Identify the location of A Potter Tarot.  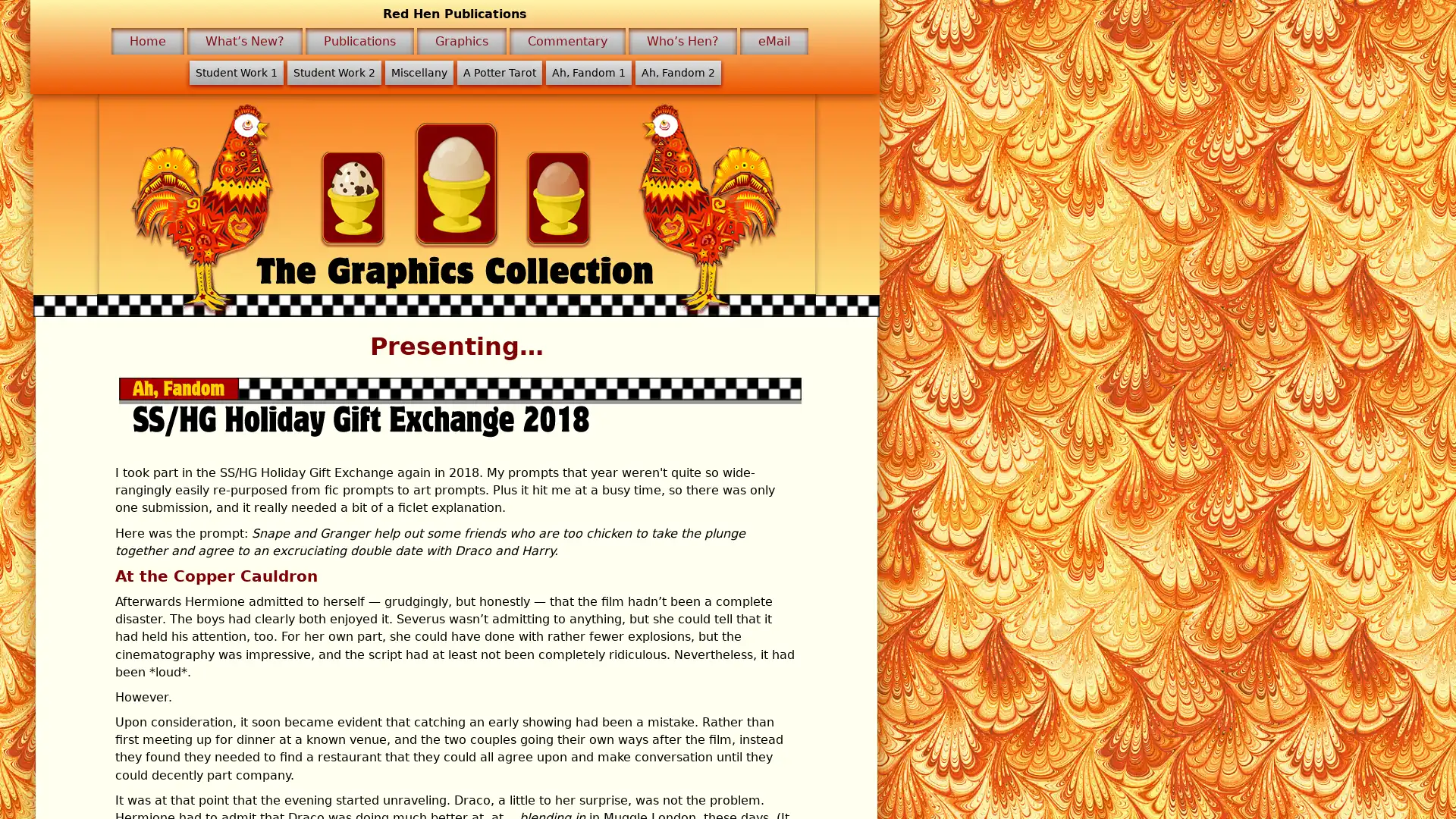
(498, 73).